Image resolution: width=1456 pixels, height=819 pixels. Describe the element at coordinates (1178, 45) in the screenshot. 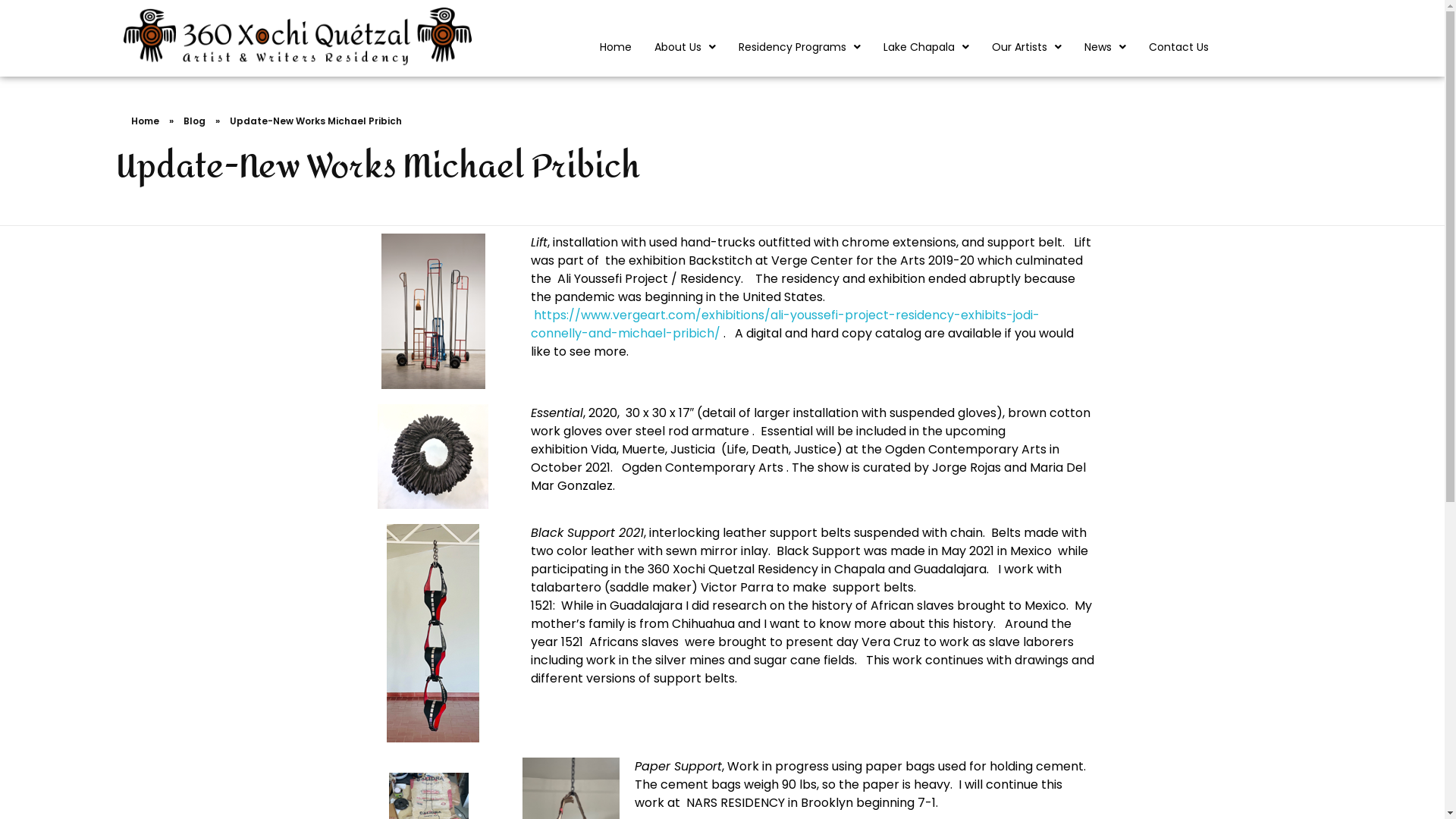

I see `'Contact Us'` at that location.